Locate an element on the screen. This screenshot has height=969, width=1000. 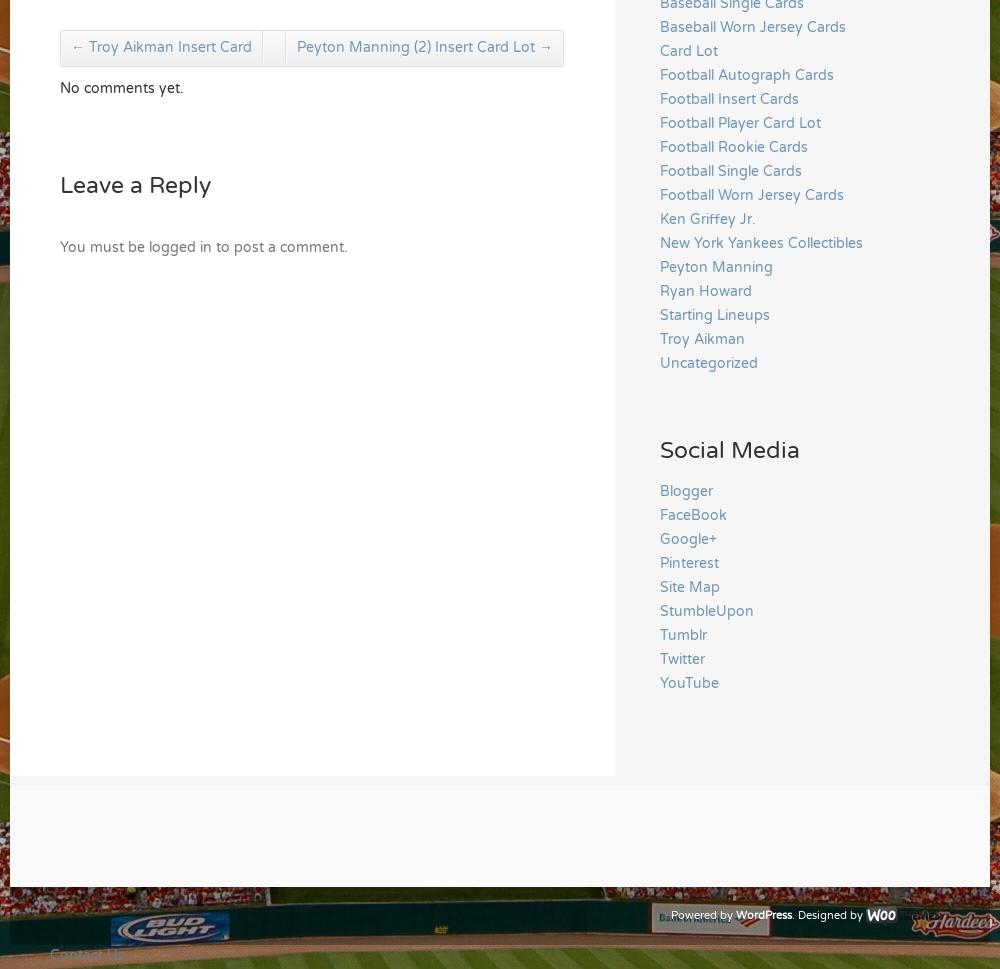
'Football Worn Jersey Cards' is located at coordinates (752, 194).